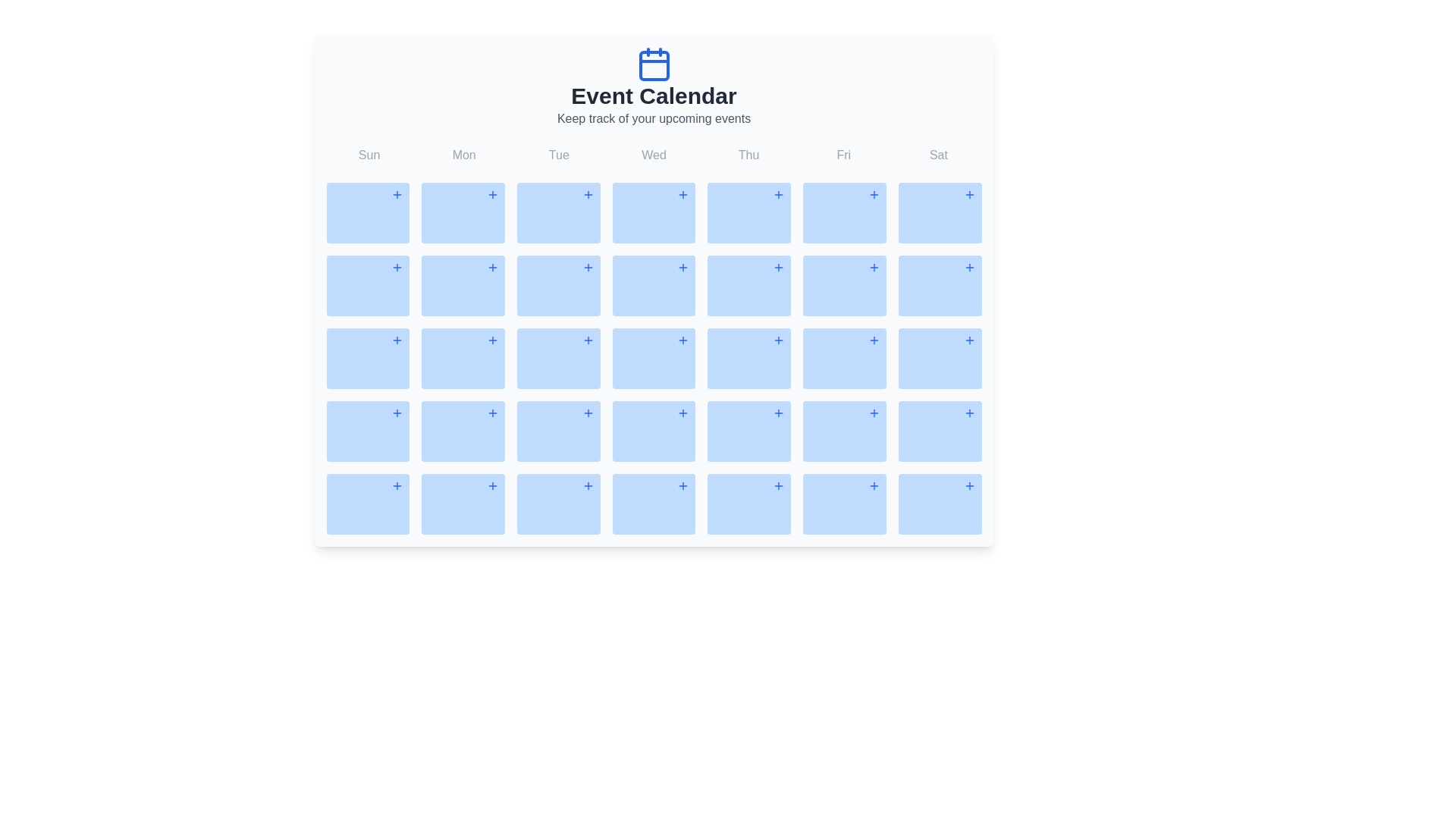 The height and width of the screenshot is (819, 1456). What do you see at coordinates (557, 431) in the screenshot?
I see `the Card element located in the third item of the fifth row, which contains an interactive button for scheduling new events` at bounding box center [557, 431].